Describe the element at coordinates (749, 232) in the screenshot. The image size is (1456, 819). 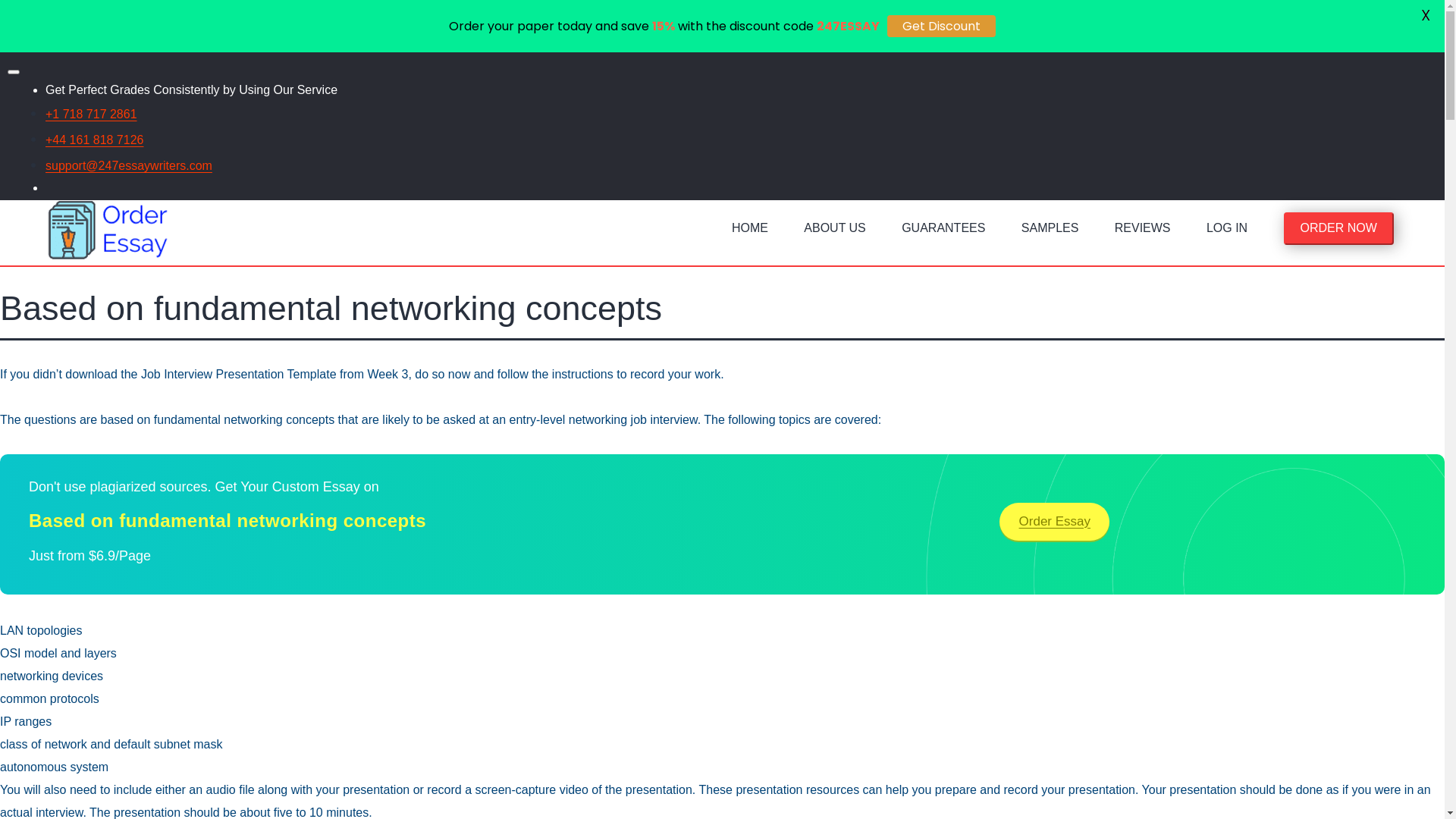
I see `'HOME'` at that location.